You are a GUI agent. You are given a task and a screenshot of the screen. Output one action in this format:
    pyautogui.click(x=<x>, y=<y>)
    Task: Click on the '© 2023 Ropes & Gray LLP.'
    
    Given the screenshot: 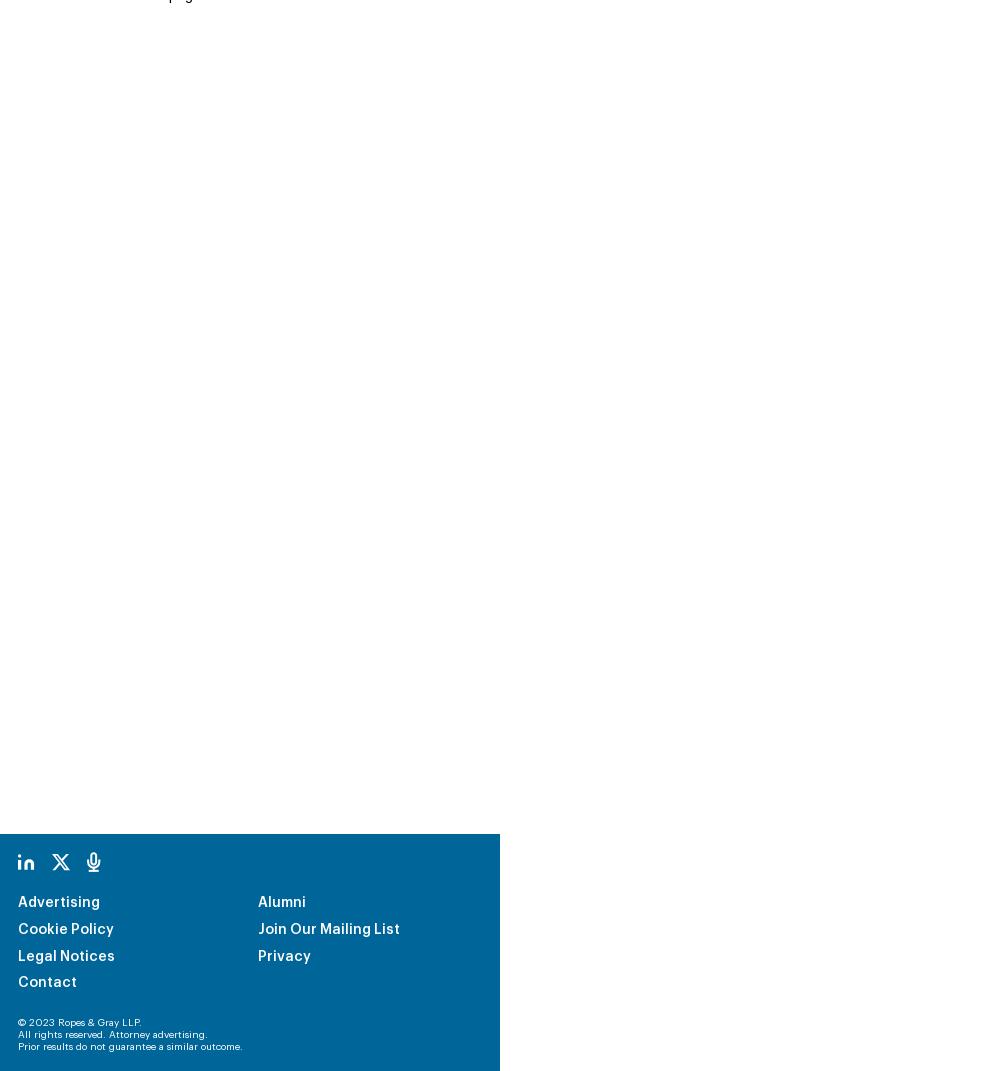 What is the action you would take?
    pyautogui.click(x=79, y=889)
    